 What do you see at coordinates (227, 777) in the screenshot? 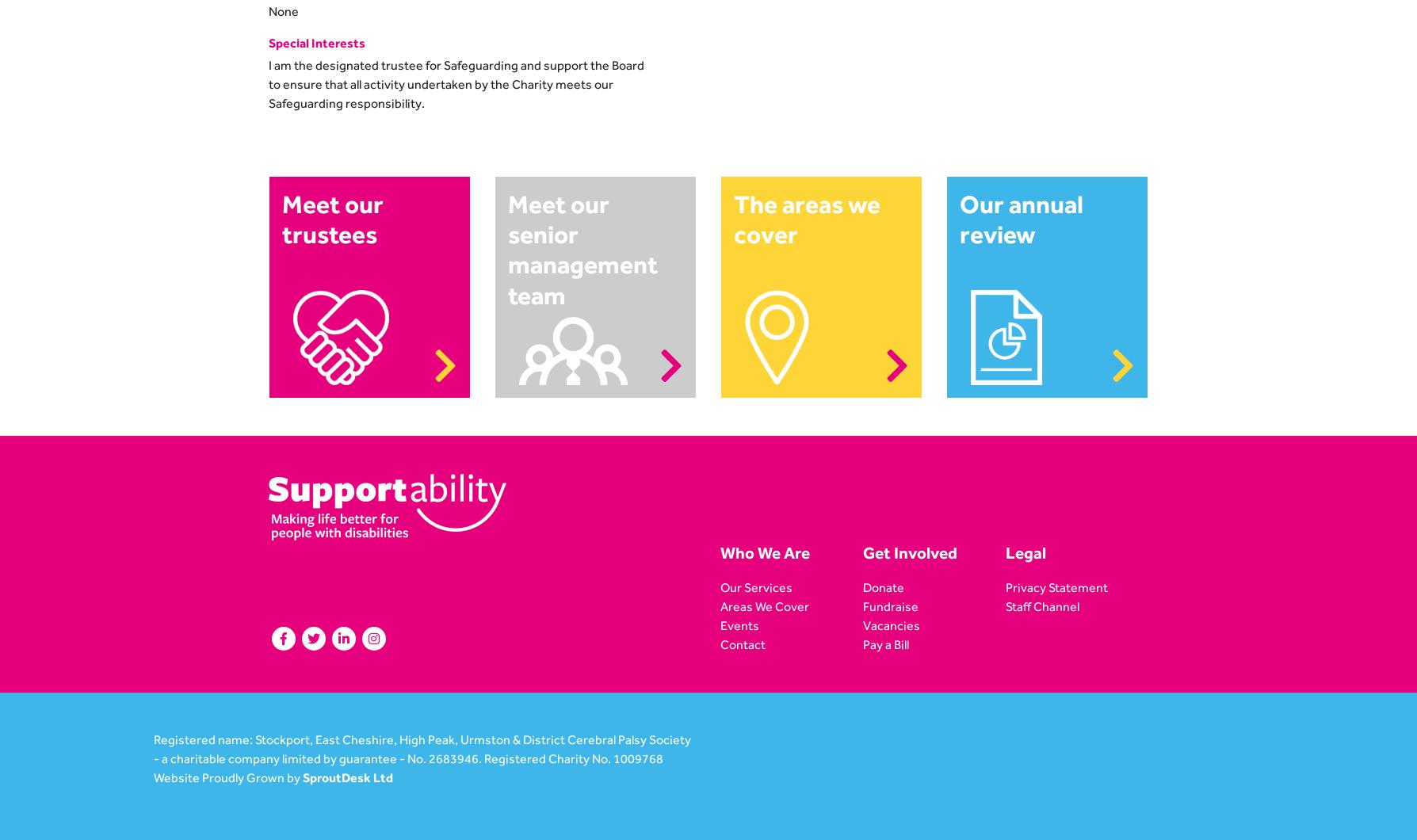
I see `'Website Proudly Grown by'` at bounding box center [227, 777].